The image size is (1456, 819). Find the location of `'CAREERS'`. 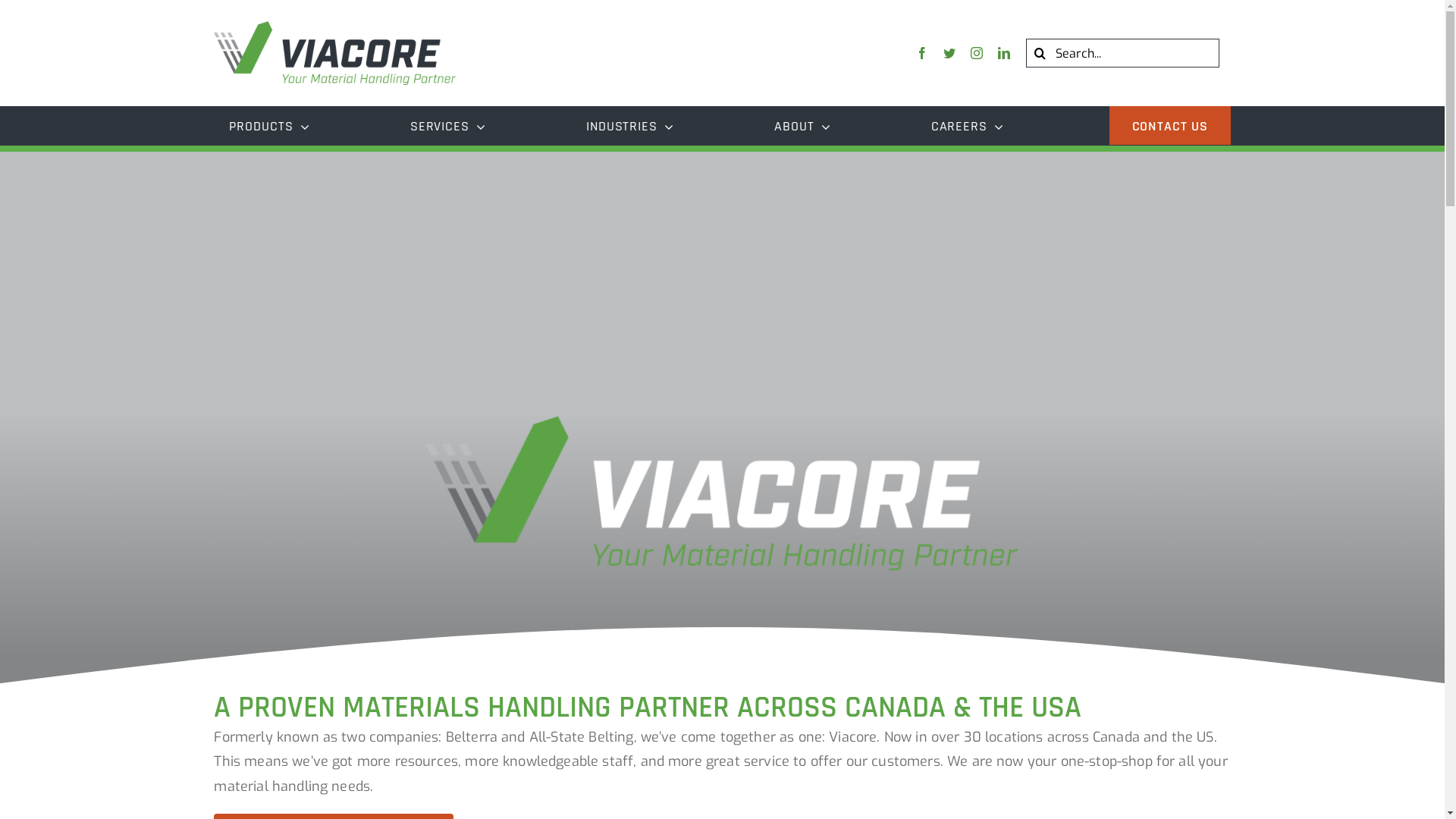

'CAREERS' is located at coordinates (915, 124).